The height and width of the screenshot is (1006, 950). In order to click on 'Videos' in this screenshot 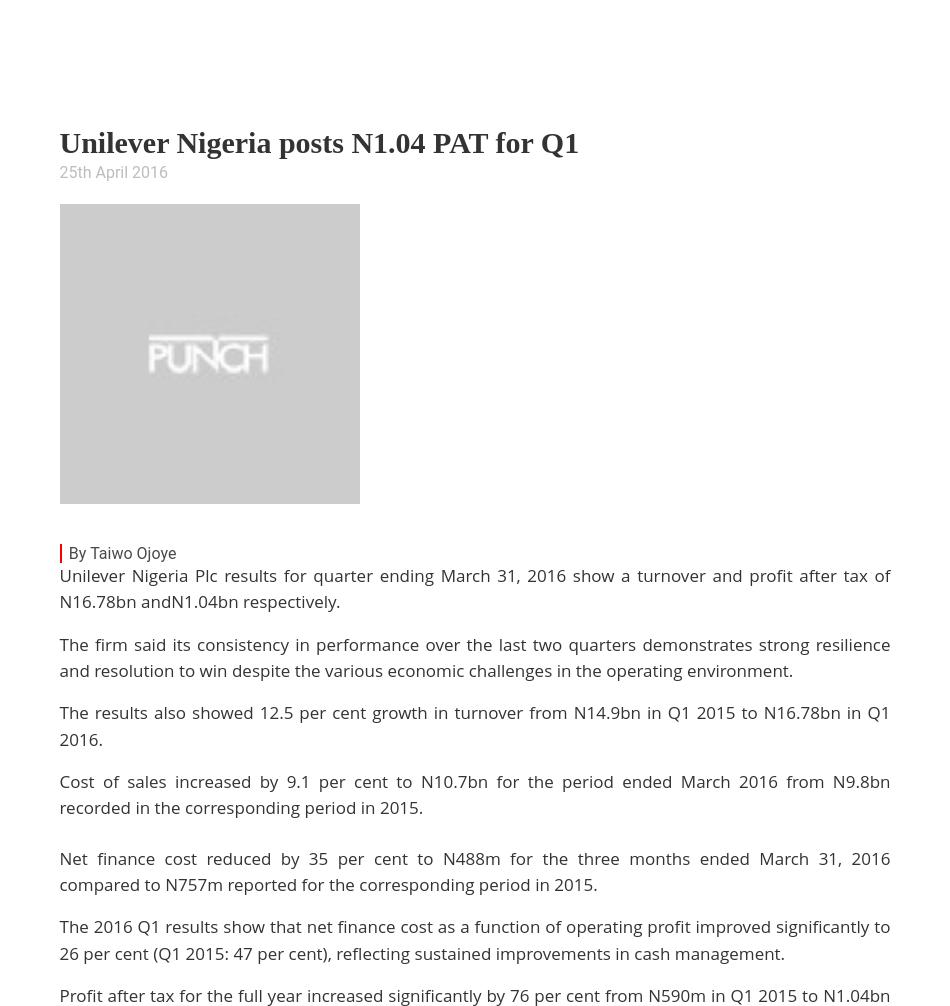, I will do `click(447, 90)`.